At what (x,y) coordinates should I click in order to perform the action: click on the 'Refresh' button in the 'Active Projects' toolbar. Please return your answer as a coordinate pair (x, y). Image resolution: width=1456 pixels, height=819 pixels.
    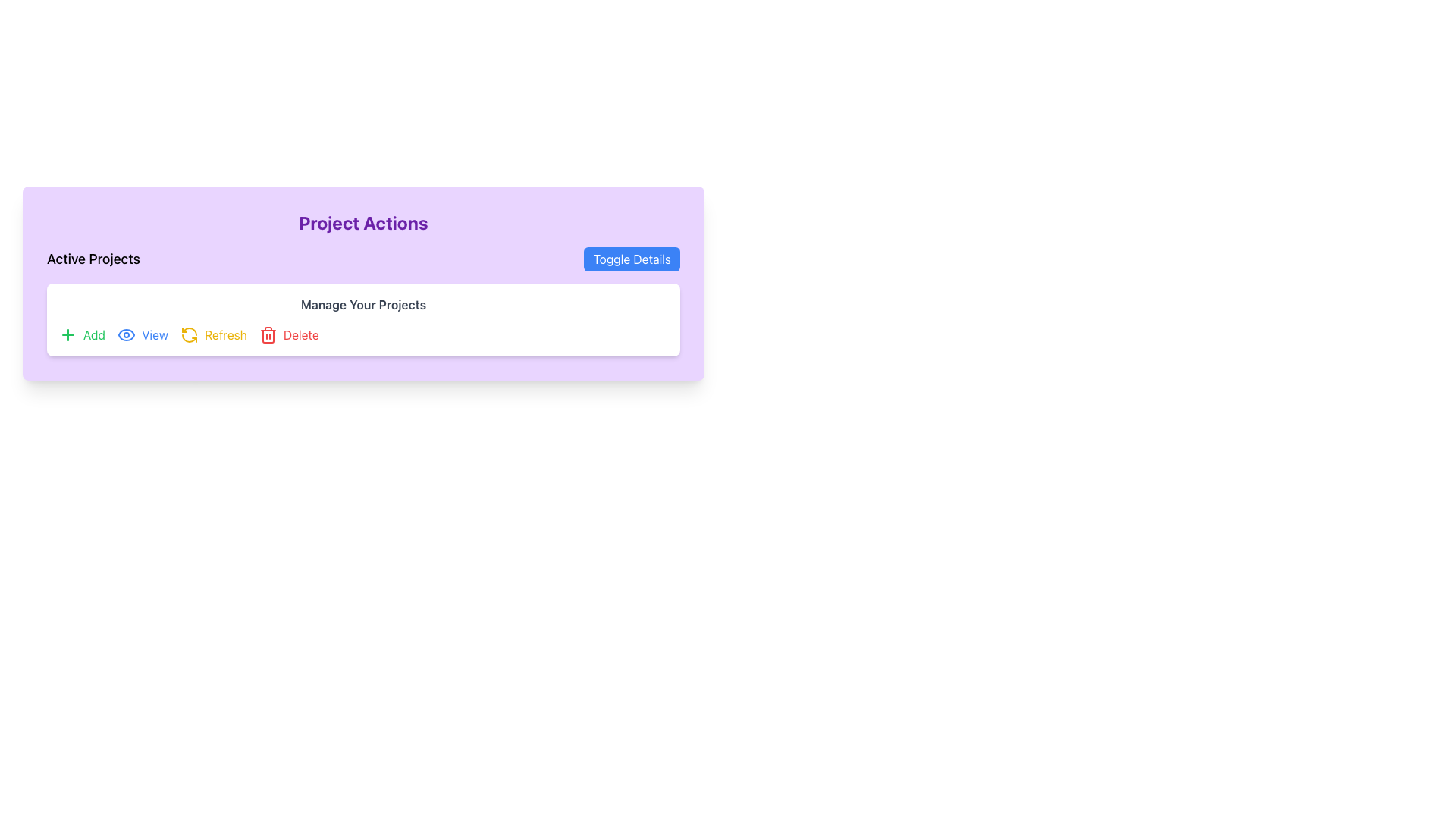
    Looking at the image, I should click on (212, 334).